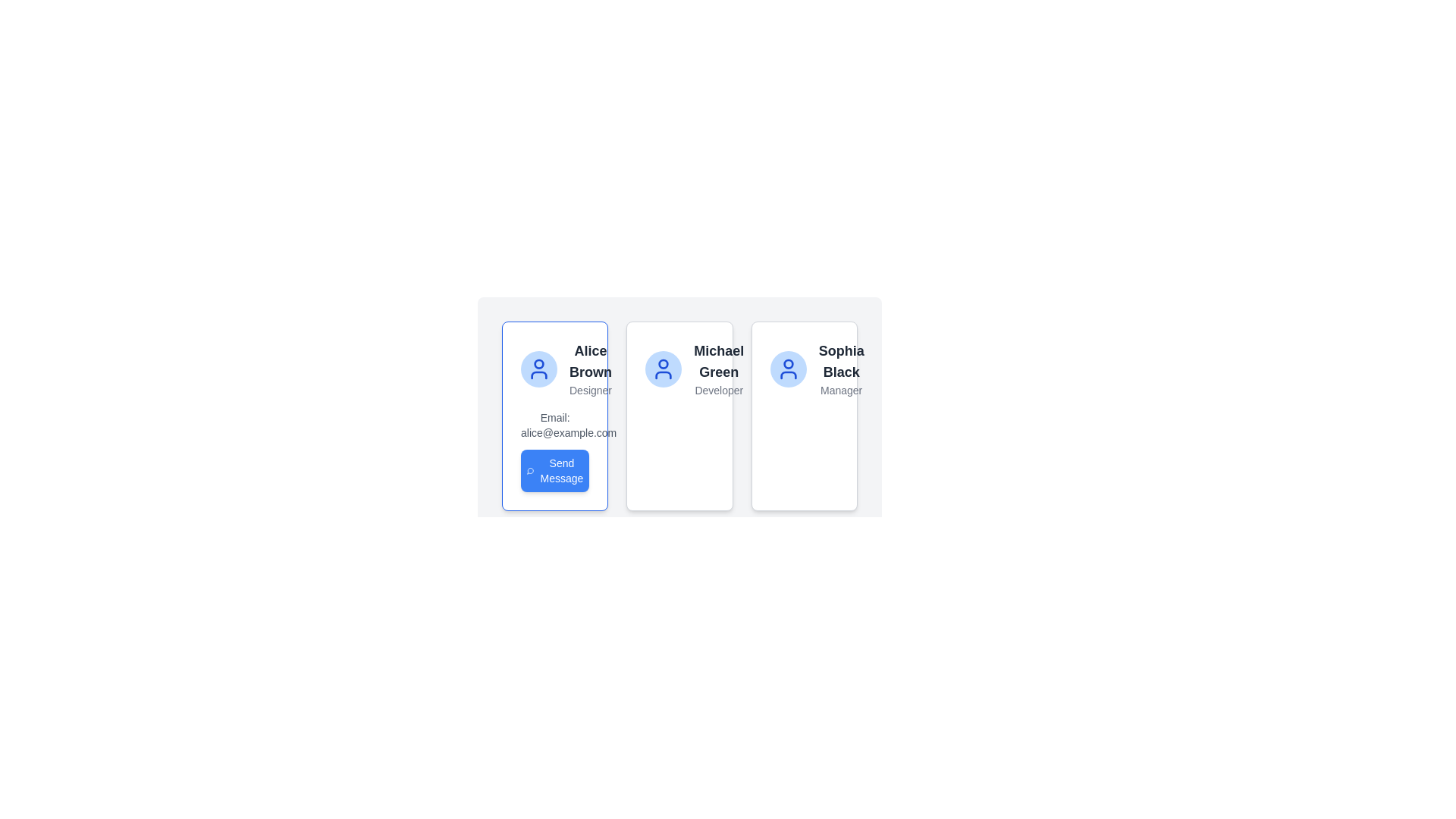 This screenshot has width=1456, height=819. I want to click on the Profile card for Michael Green, which is the second card in a horizontal layout of three cards, displaying his name and role as a Developer, so click(679, 416).